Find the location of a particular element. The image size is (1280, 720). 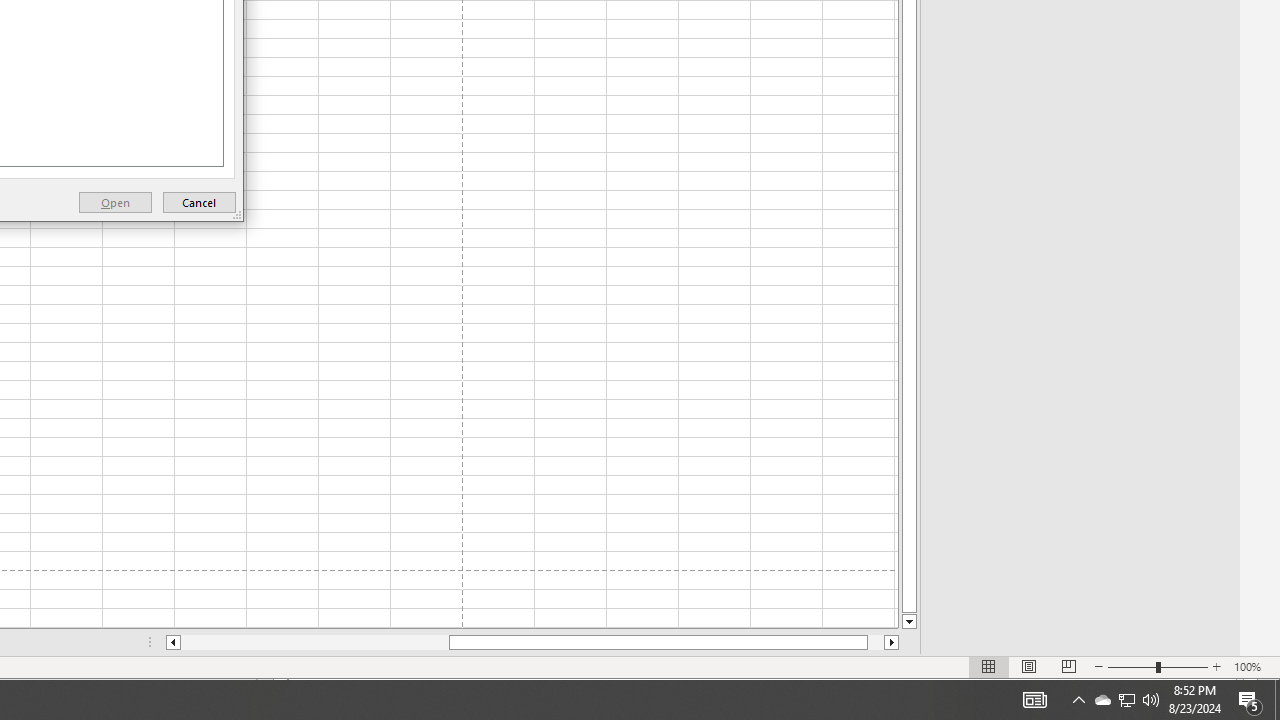

'AutomationID: 4105' is located at coordinates (1034, 698).